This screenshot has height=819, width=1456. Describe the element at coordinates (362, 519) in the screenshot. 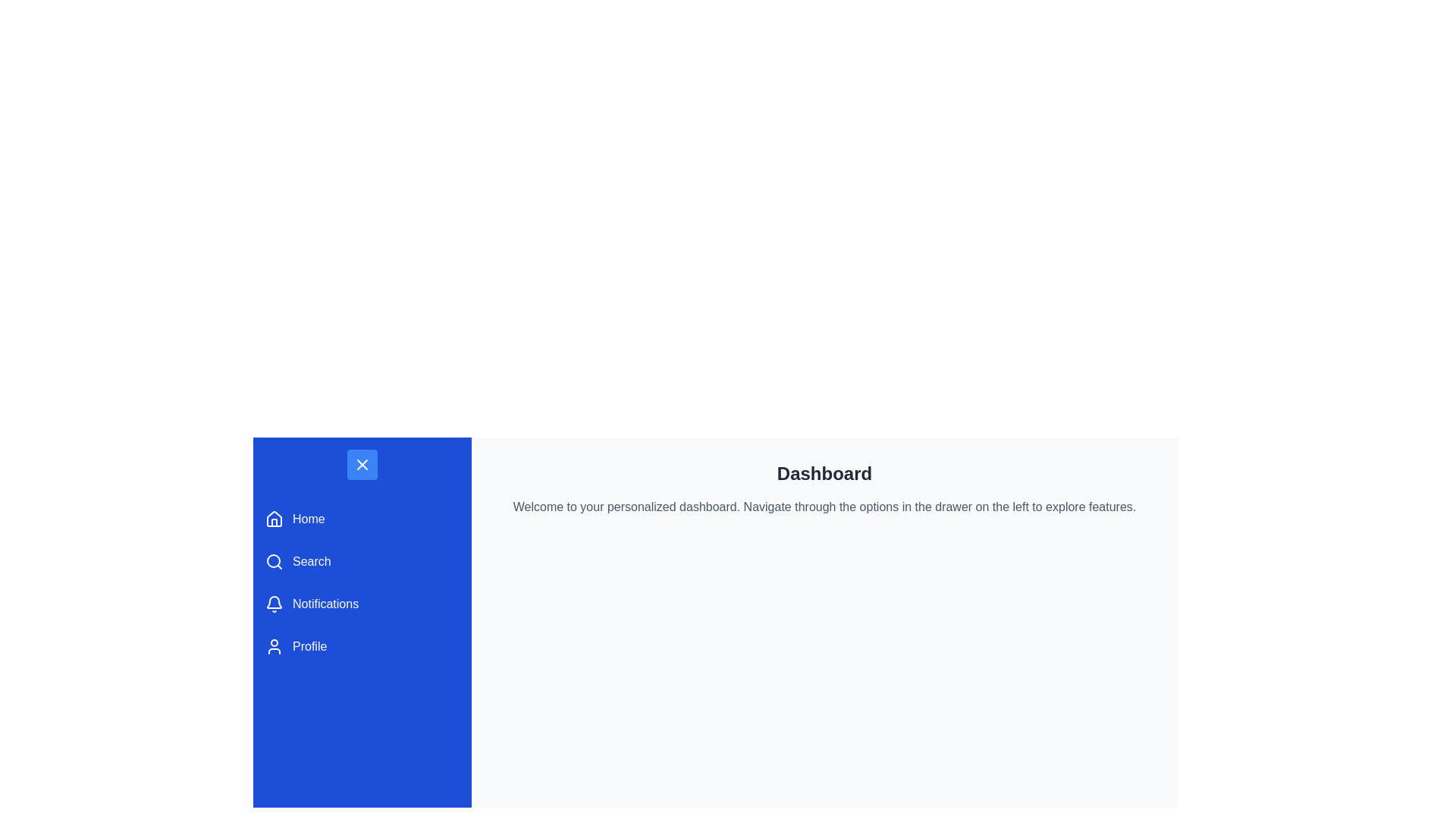

I see `the navigation button at the top of the menu to change its appearance` at that location.